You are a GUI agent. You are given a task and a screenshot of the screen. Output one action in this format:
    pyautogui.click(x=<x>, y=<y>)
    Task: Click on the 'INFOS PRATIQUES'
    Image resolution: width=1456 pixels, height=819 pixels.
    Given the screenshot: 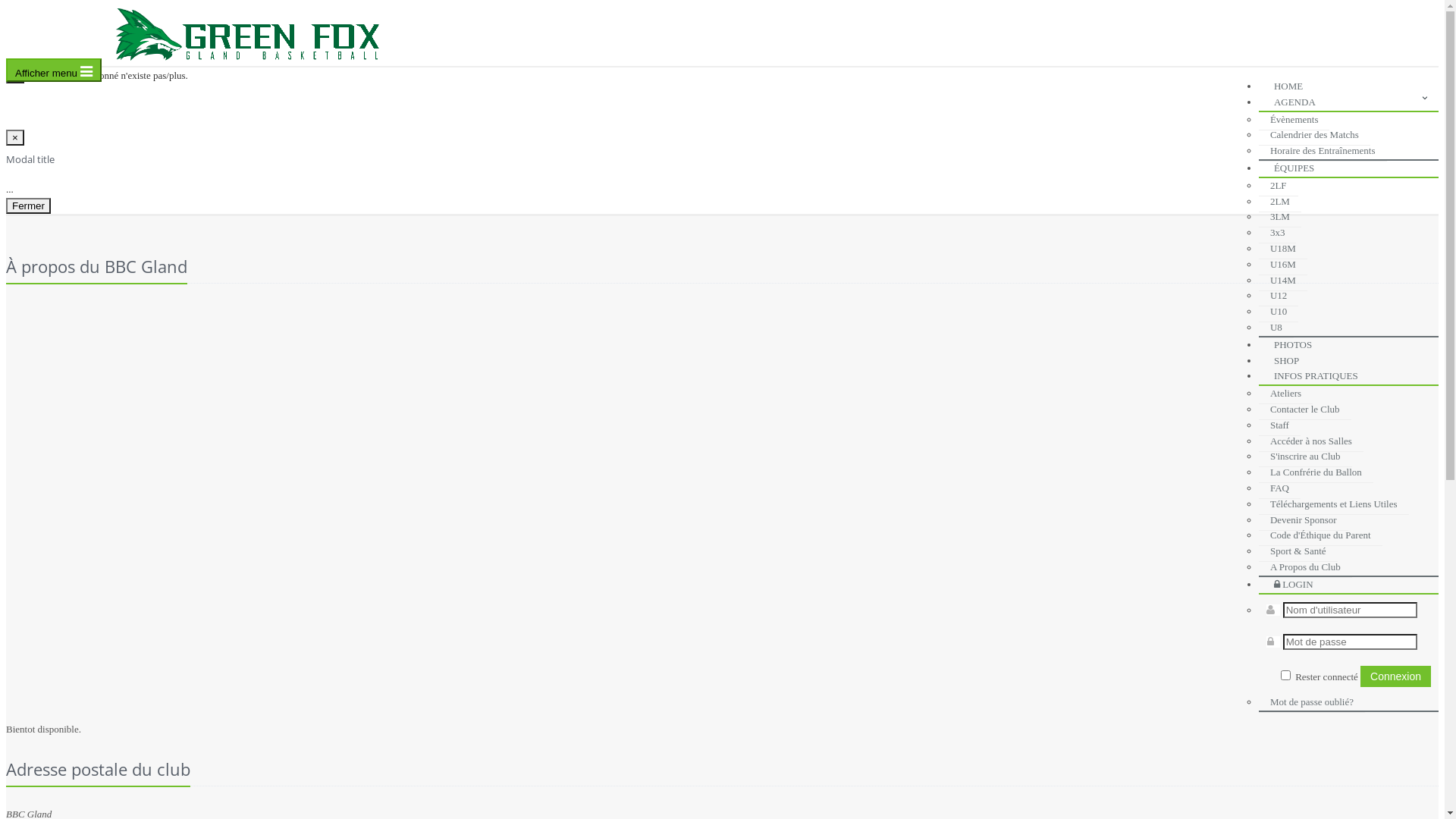 What is the action you would take?
    pyautogui.click(x=1319, y=374)
    